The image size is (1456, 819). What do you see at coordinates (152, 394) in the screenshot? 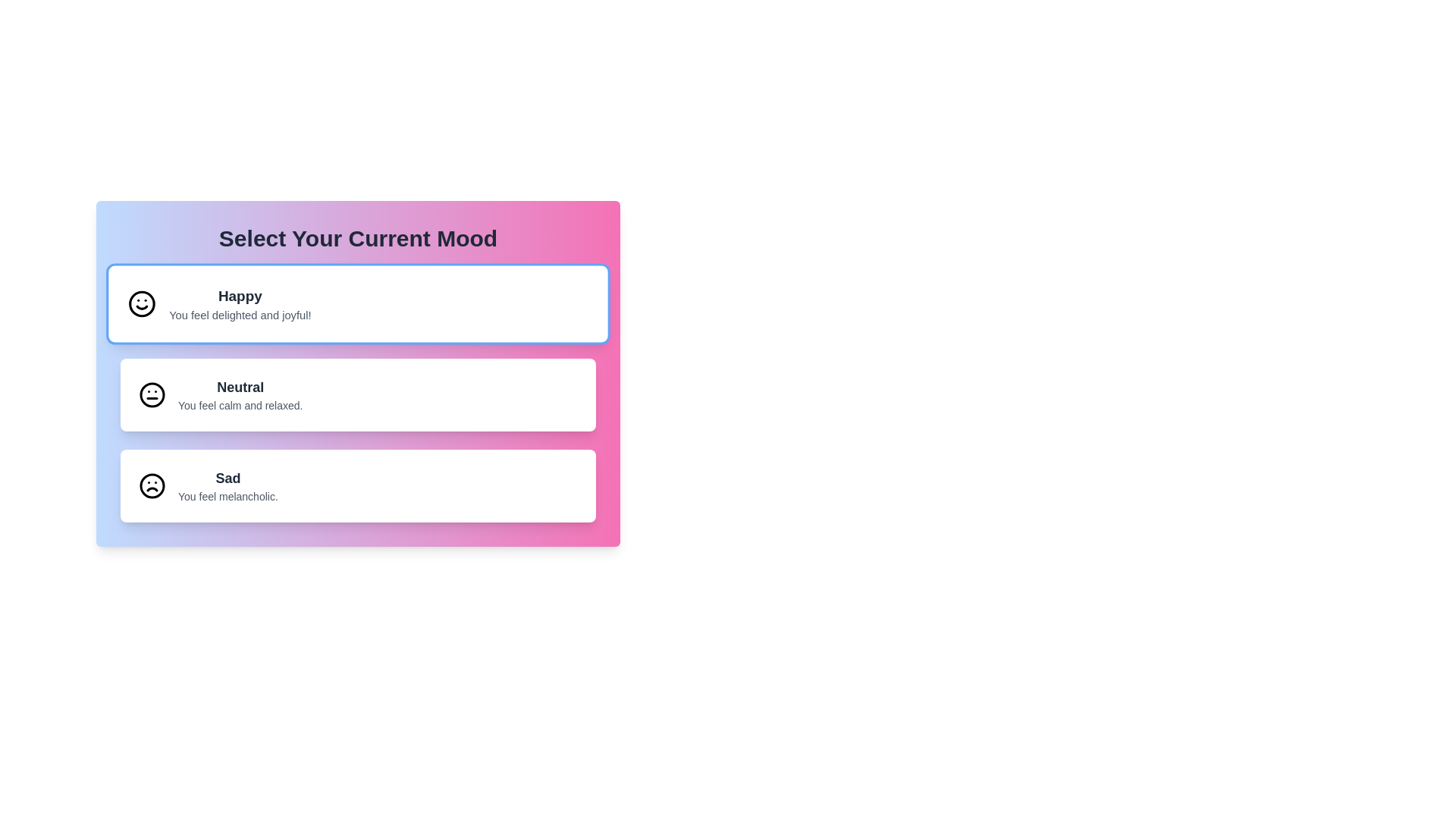
I see `the 'Neutral' icon, which is located in the second row of options next to the text 'Neutral'` at bounding box center [152, 394].